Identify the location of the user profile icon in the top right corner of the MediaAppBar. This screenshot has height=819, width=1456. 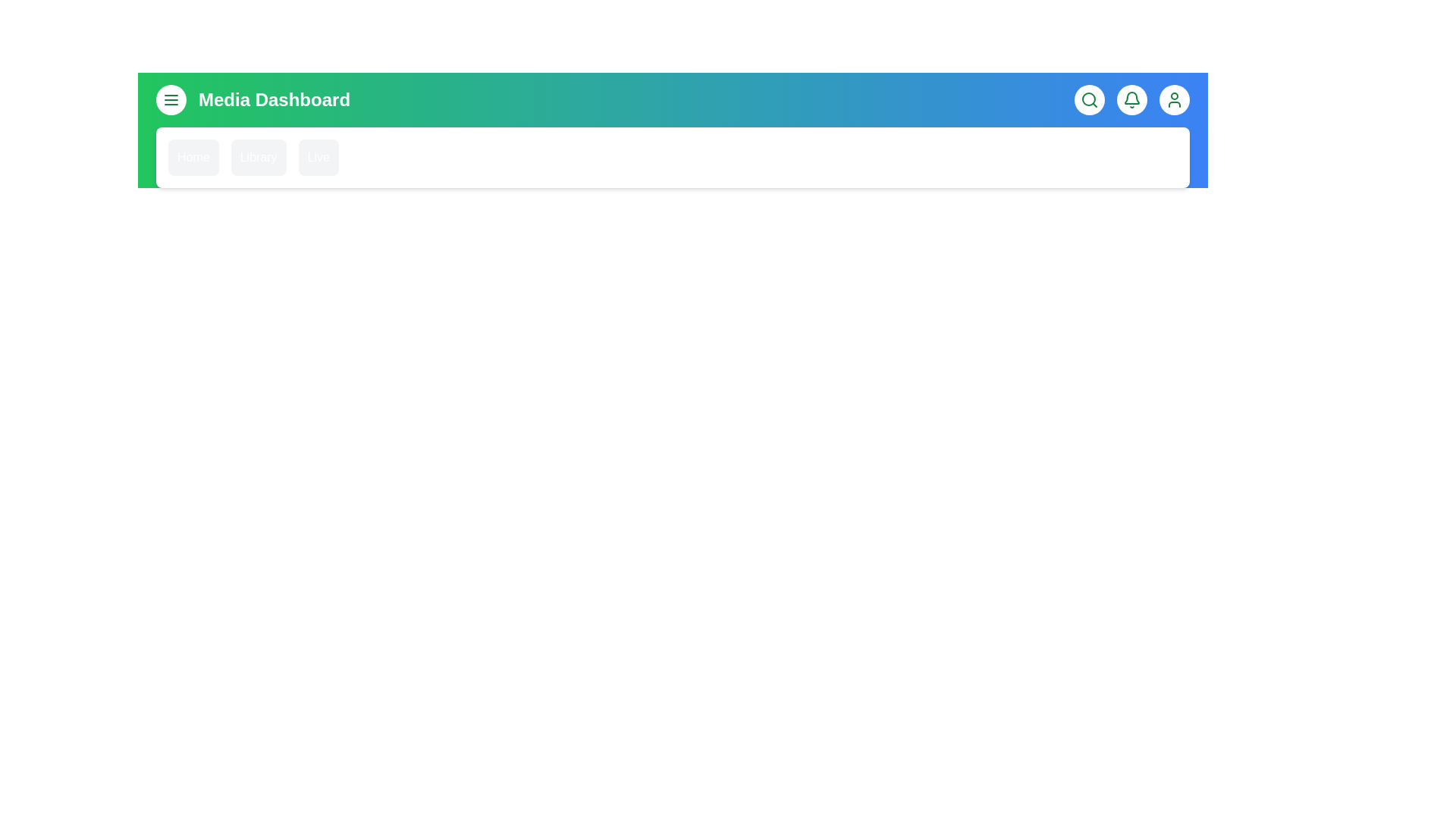
(1174, 99).